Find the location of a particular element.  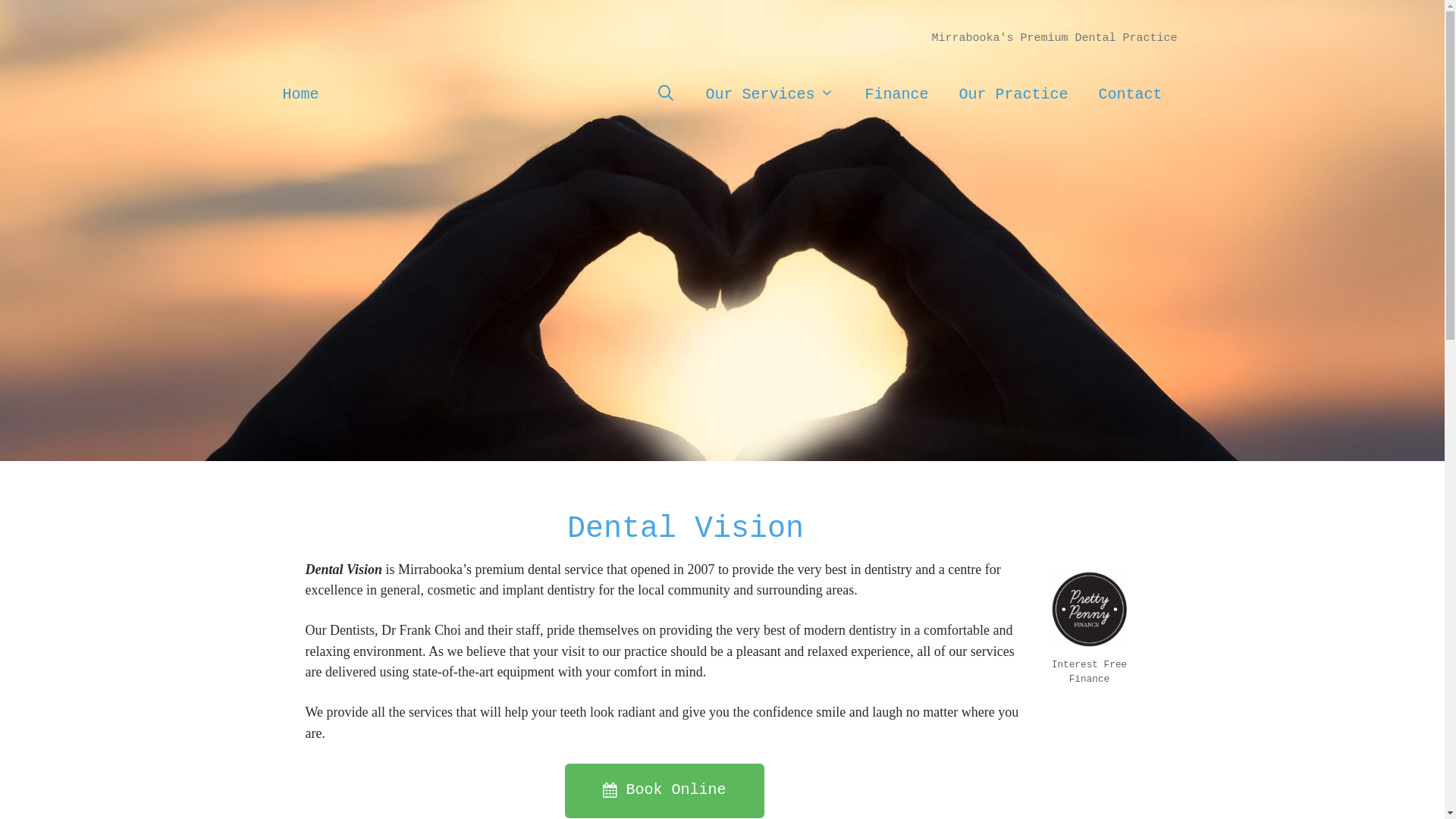

'Finance' is located at coordinates (848, 93).